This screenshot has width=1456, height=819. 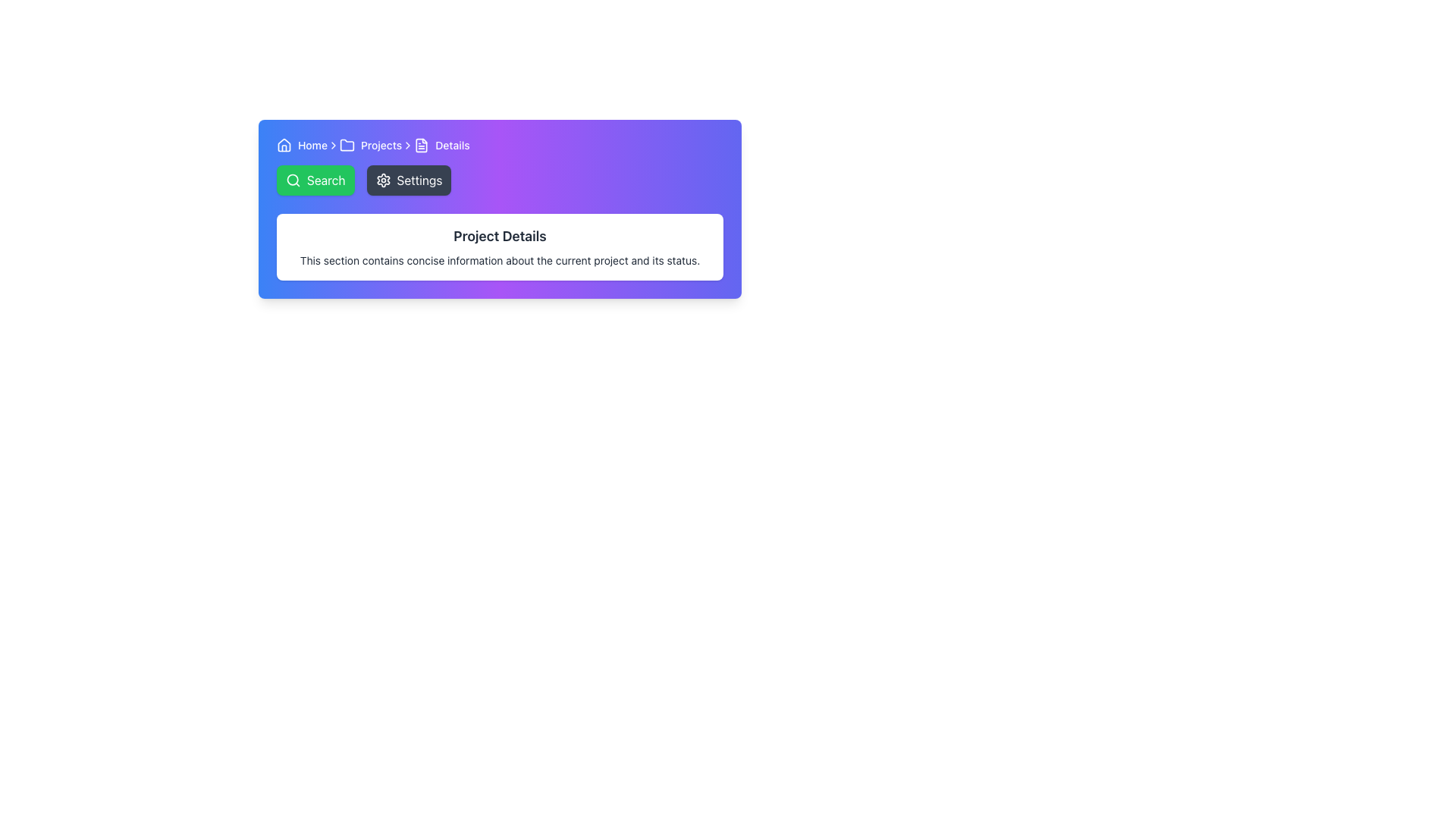 What do you see at coordinates (315, 180) in the screenshot?
I see `the green 'Search' button with a white search icon and text` at bounding box center [315, 180].